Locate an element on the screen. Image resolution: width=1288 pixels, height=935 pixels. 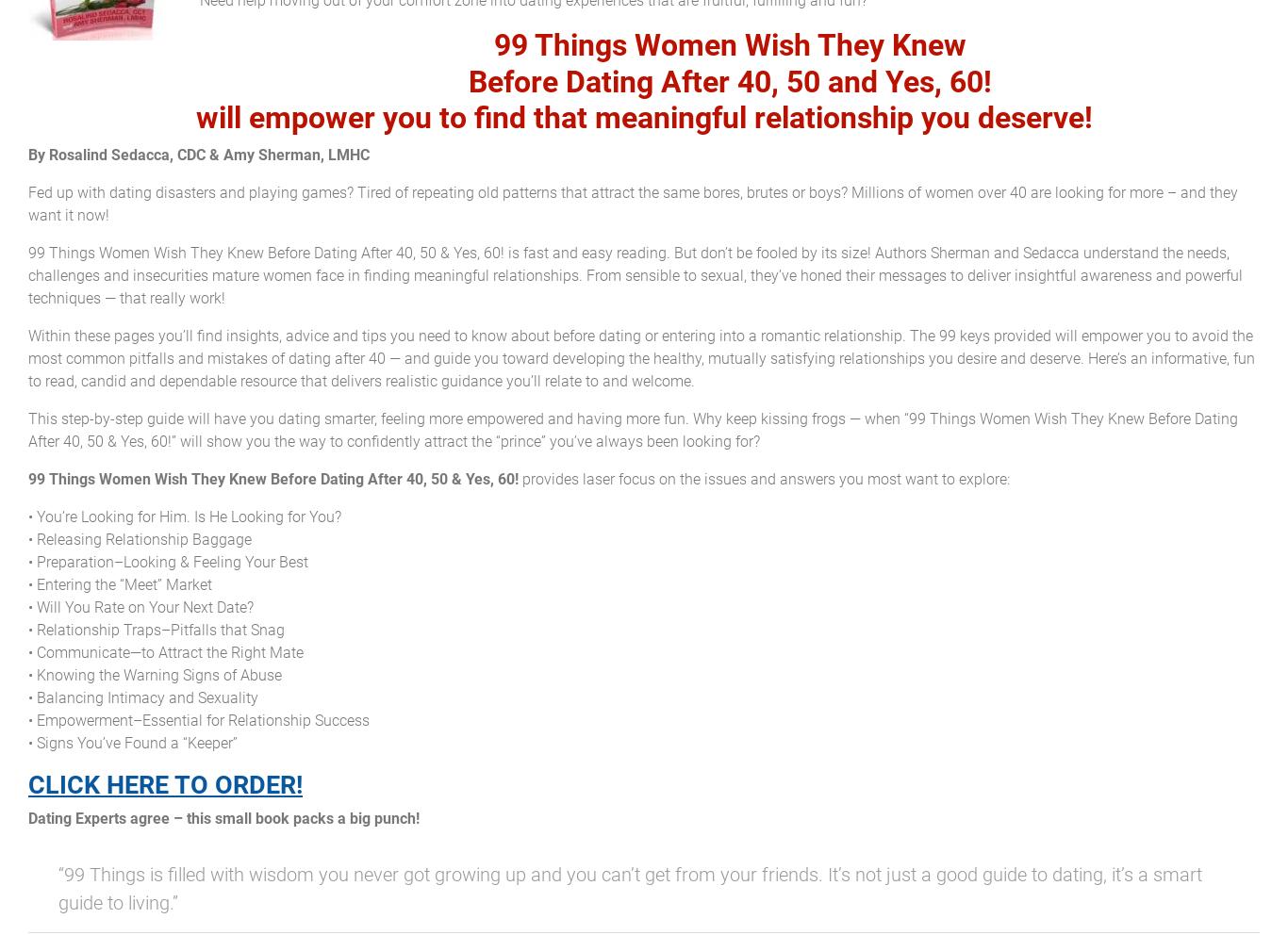
'99 Things Women Wish They Knew Before Dating After 40, 50 & Yes, 60!' is located at coordinates (273, 477).